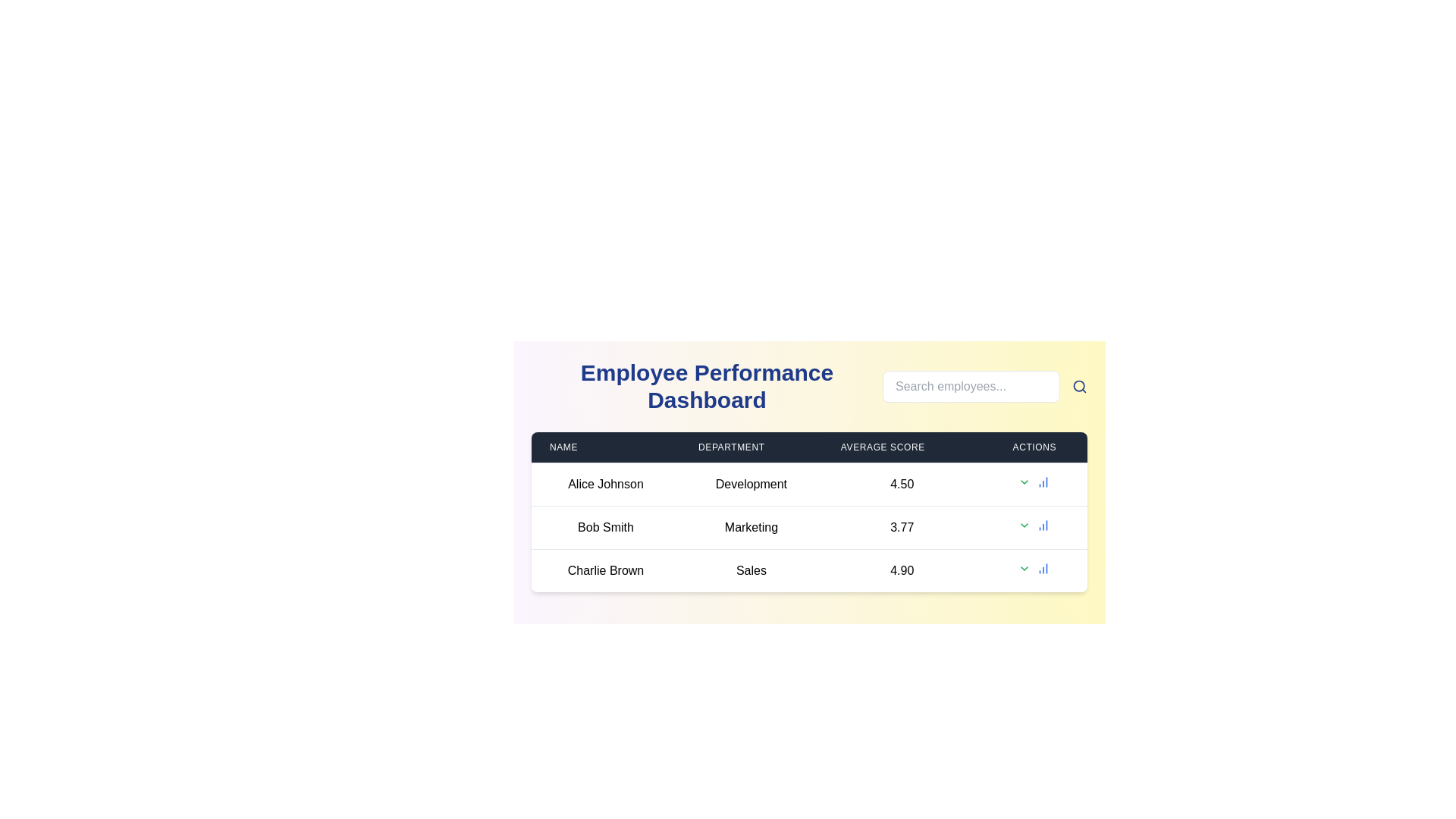 The height and width of the screenshot is (819, 1456). Describe the element at coordinates (751, 526) in the screenshot. I see `the 'Marketing' text label located in the second column of the row labeled 'Bob Smith' under the 'DEPARTMENT' header` at that location.